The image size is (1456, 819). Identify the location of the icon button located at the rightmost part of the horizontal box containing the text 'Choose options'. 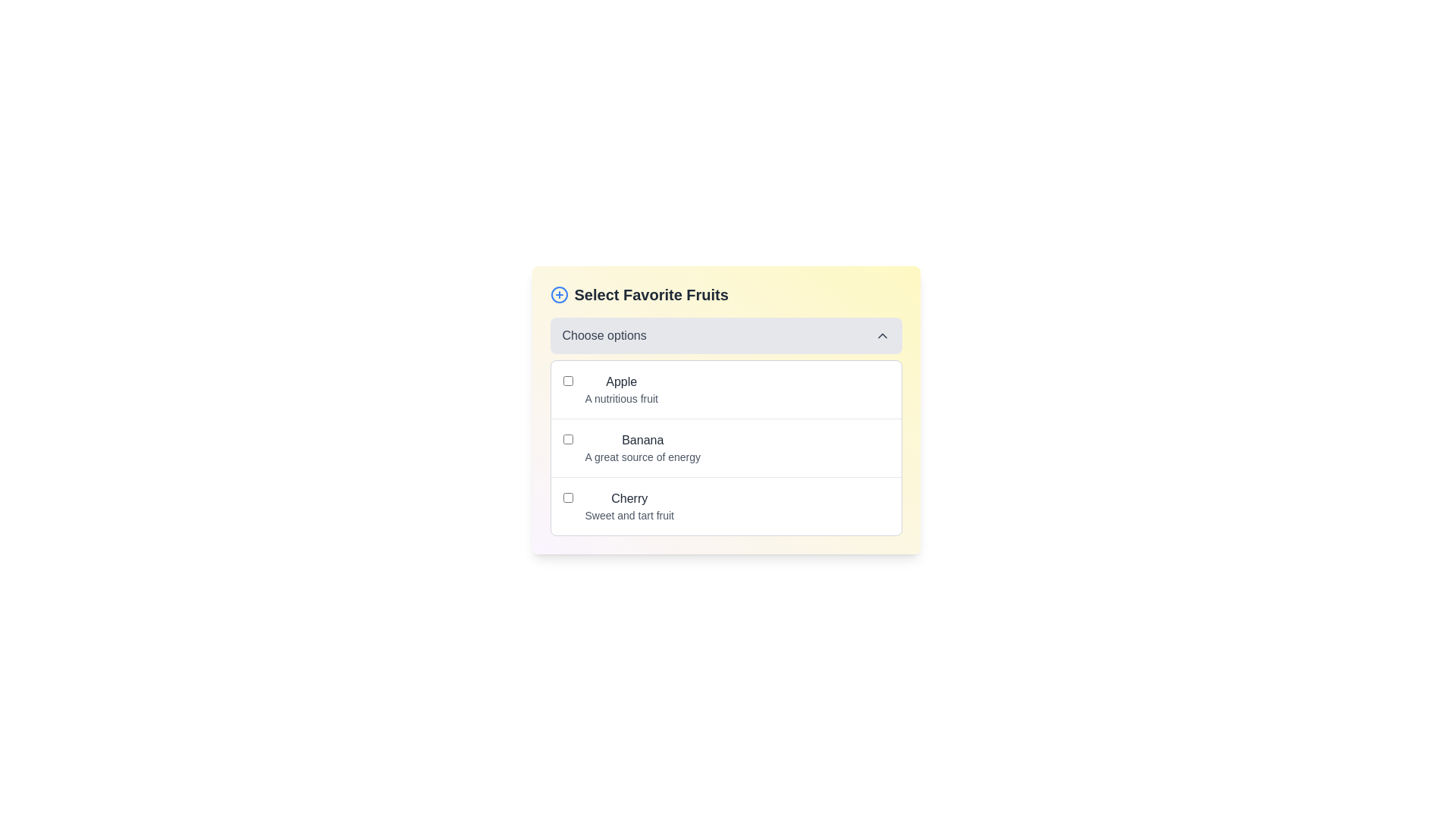
(882, 335).